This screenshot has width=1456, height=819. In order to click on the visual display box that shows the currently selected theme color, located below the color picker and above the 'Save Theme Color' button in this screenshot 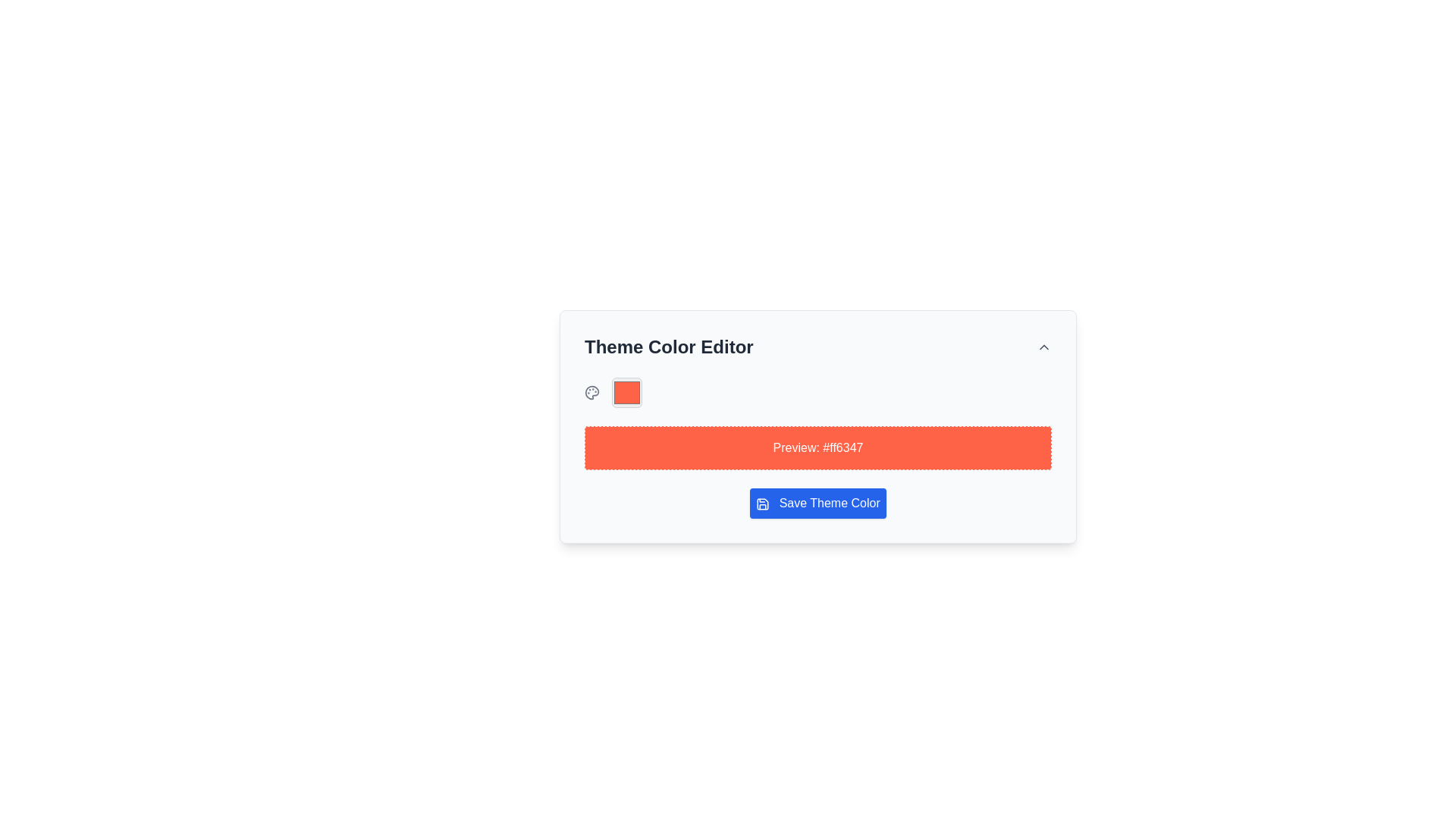, I will do `click(817, 447)`.